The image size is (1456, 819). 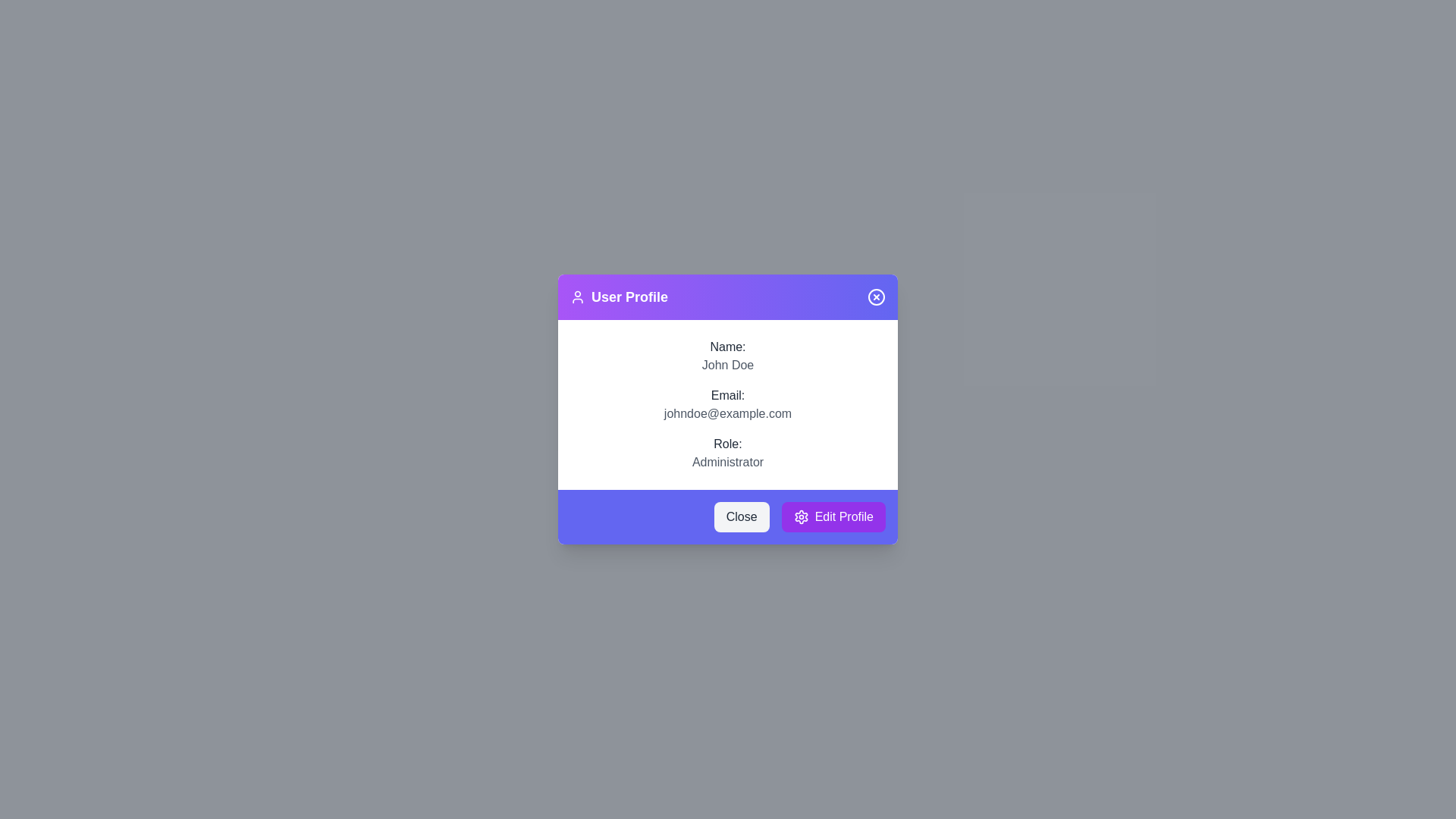 What do you see at coordinates (800, 516) in the screenshot?
I see `the cogwheel-shaped settings icon located in the upper-right corner of the user profile modal window, characterized by sharp edges and a purple theme` at bounding box center [800, 516].